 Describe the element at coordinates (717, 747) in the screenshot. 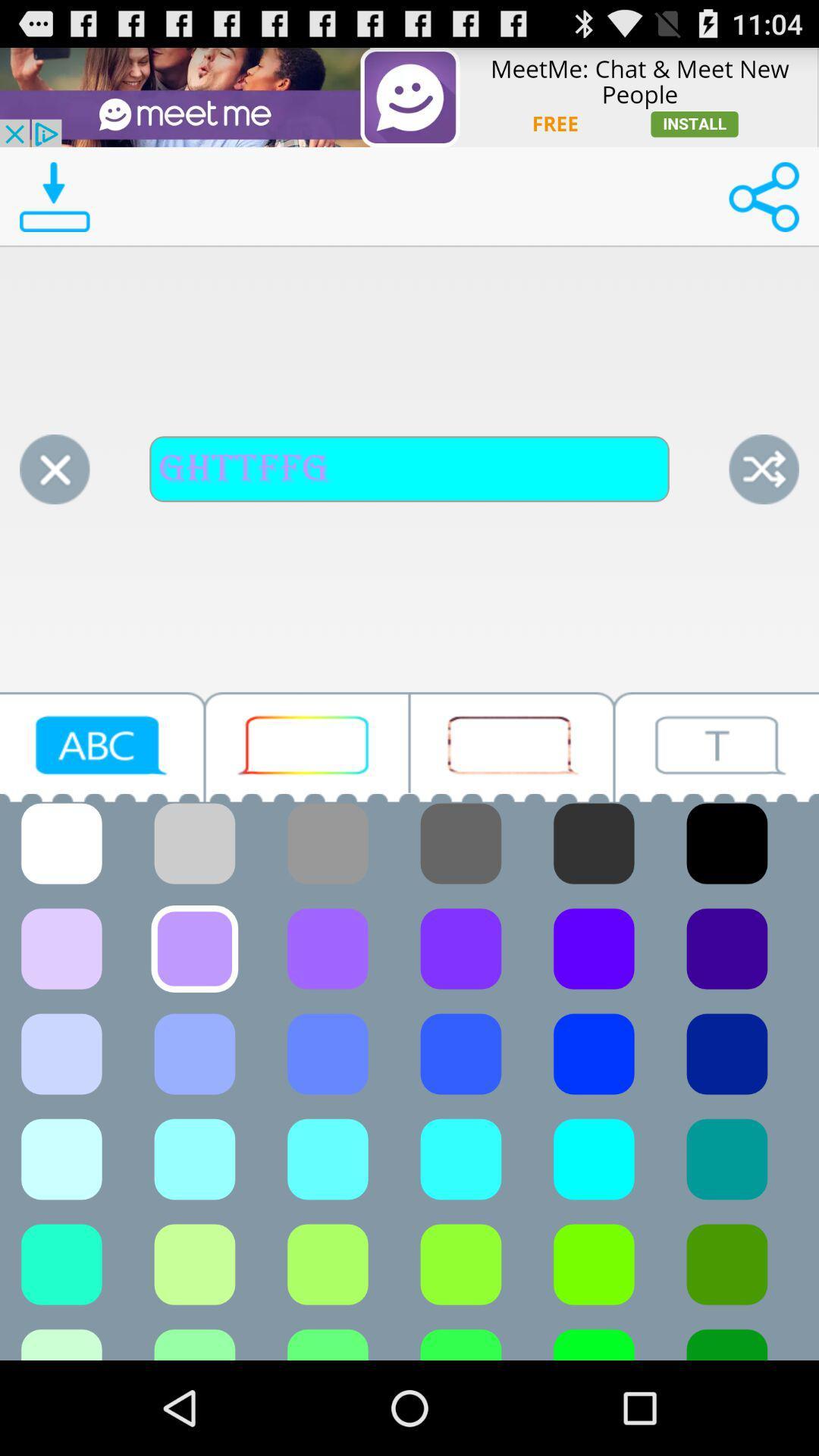

I see `open text options` at that location.